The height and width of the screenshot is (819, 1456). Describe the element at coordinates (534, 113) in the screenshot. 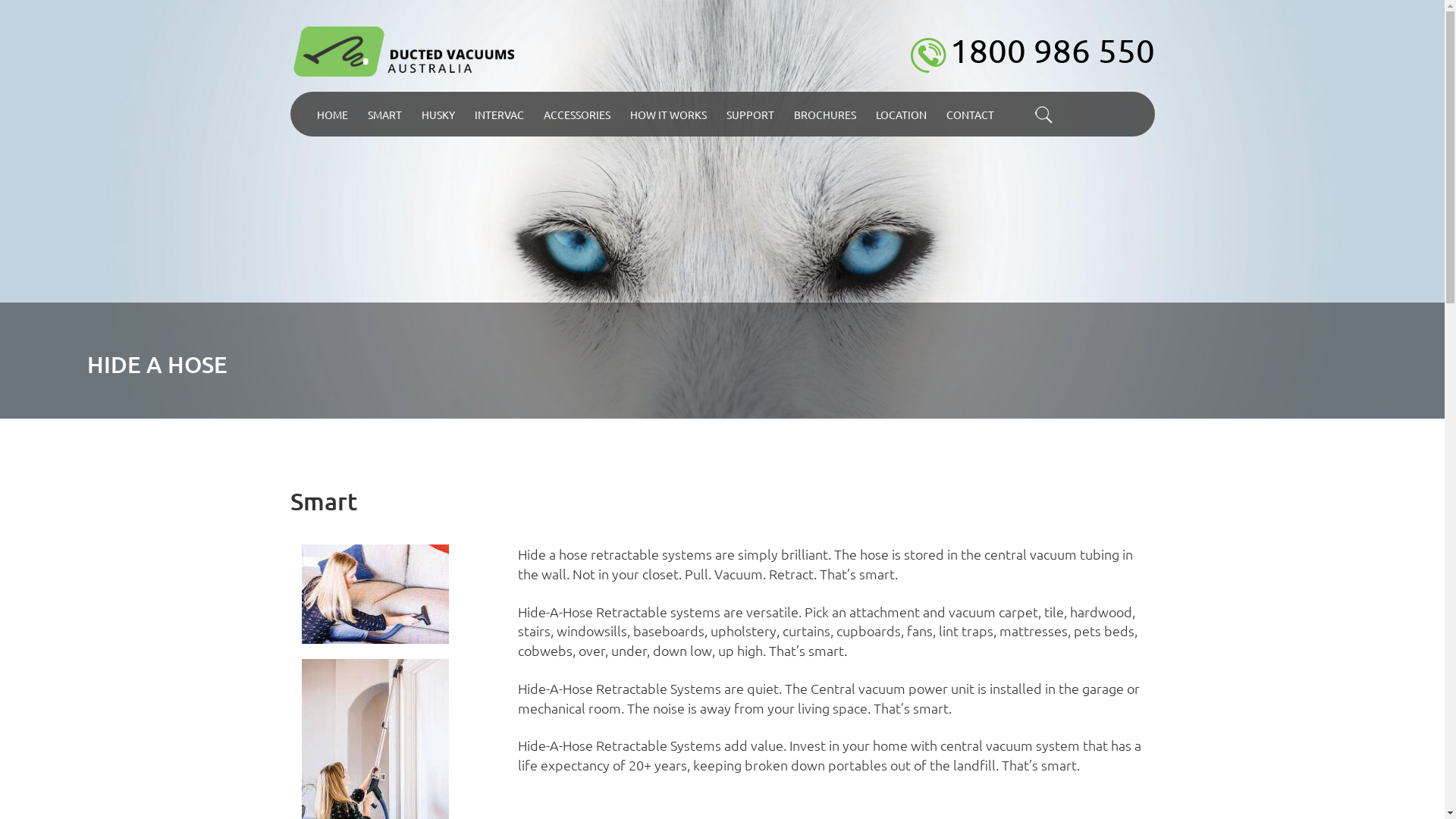

I see `'ACCESSORIES'` at that location.